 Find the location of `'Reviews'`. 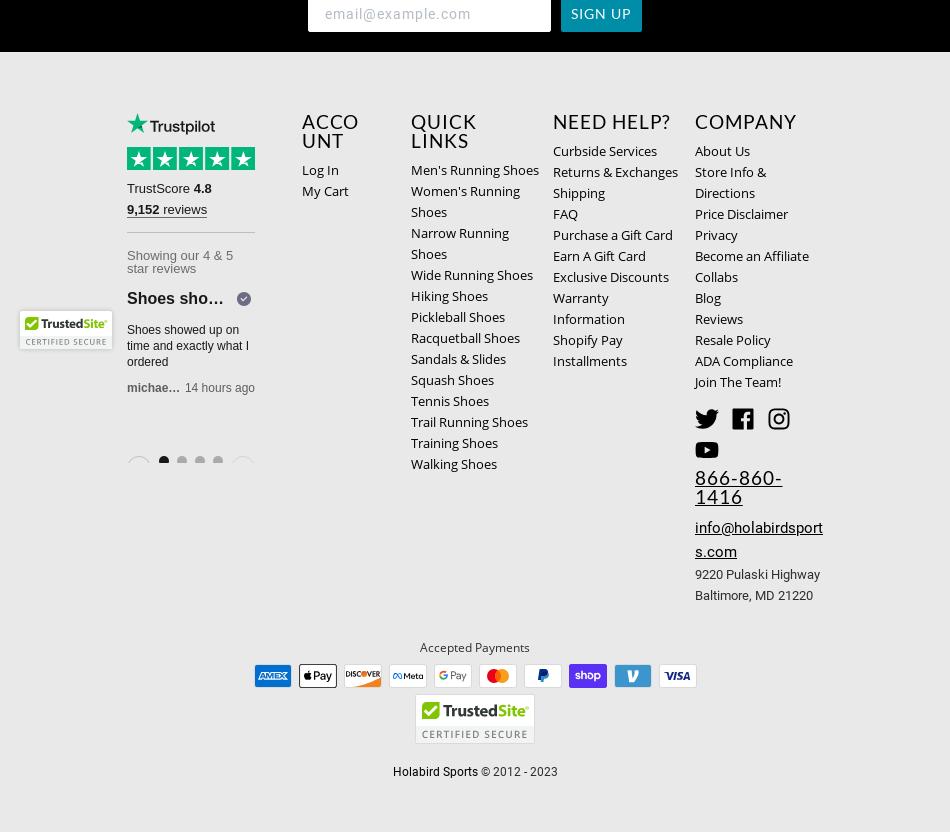

'Reviews' is located at coordinates (717, 318).